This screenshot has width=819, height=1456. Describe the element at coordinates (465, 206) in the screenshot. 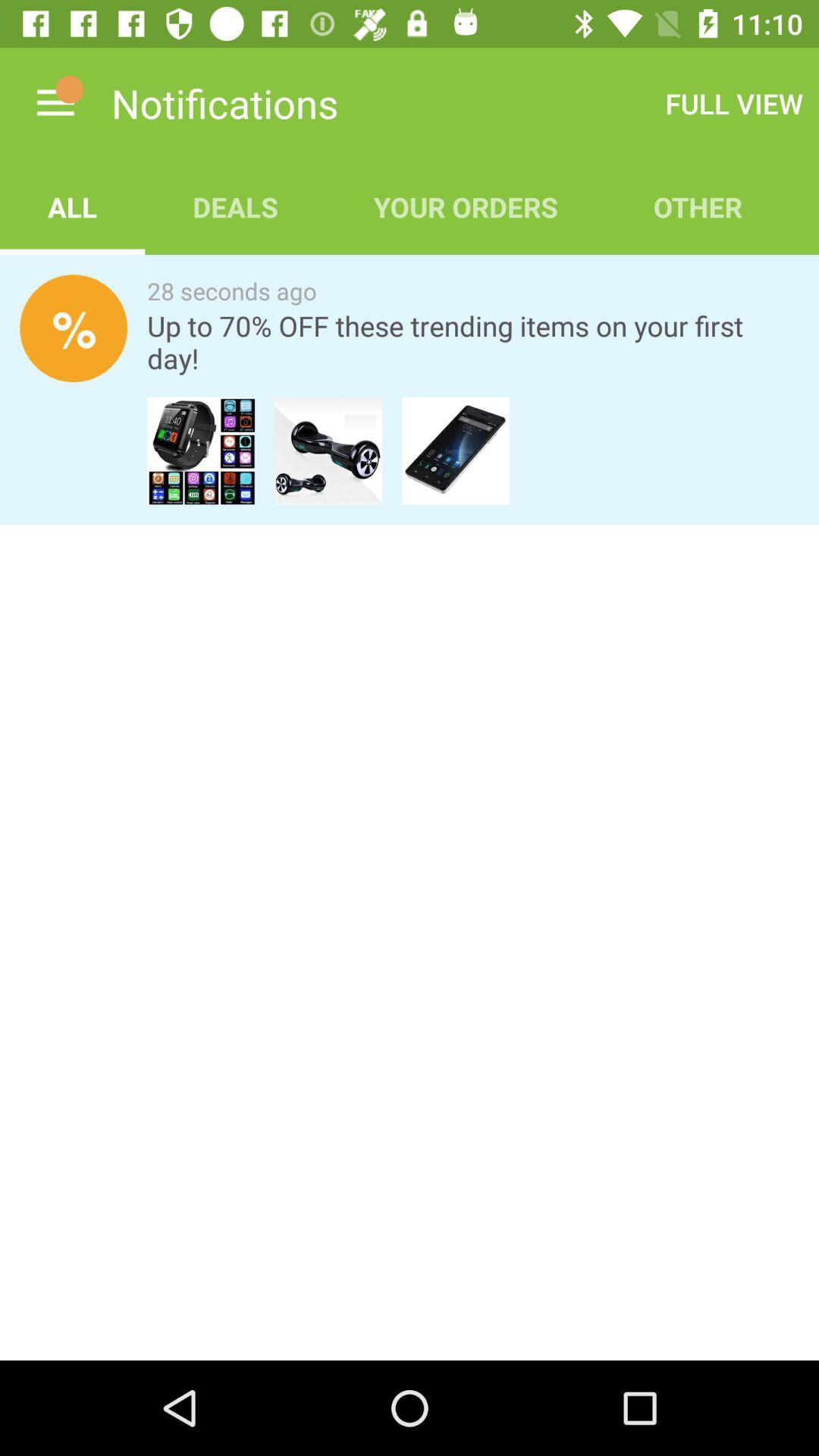

I see `your orders app` at that location.